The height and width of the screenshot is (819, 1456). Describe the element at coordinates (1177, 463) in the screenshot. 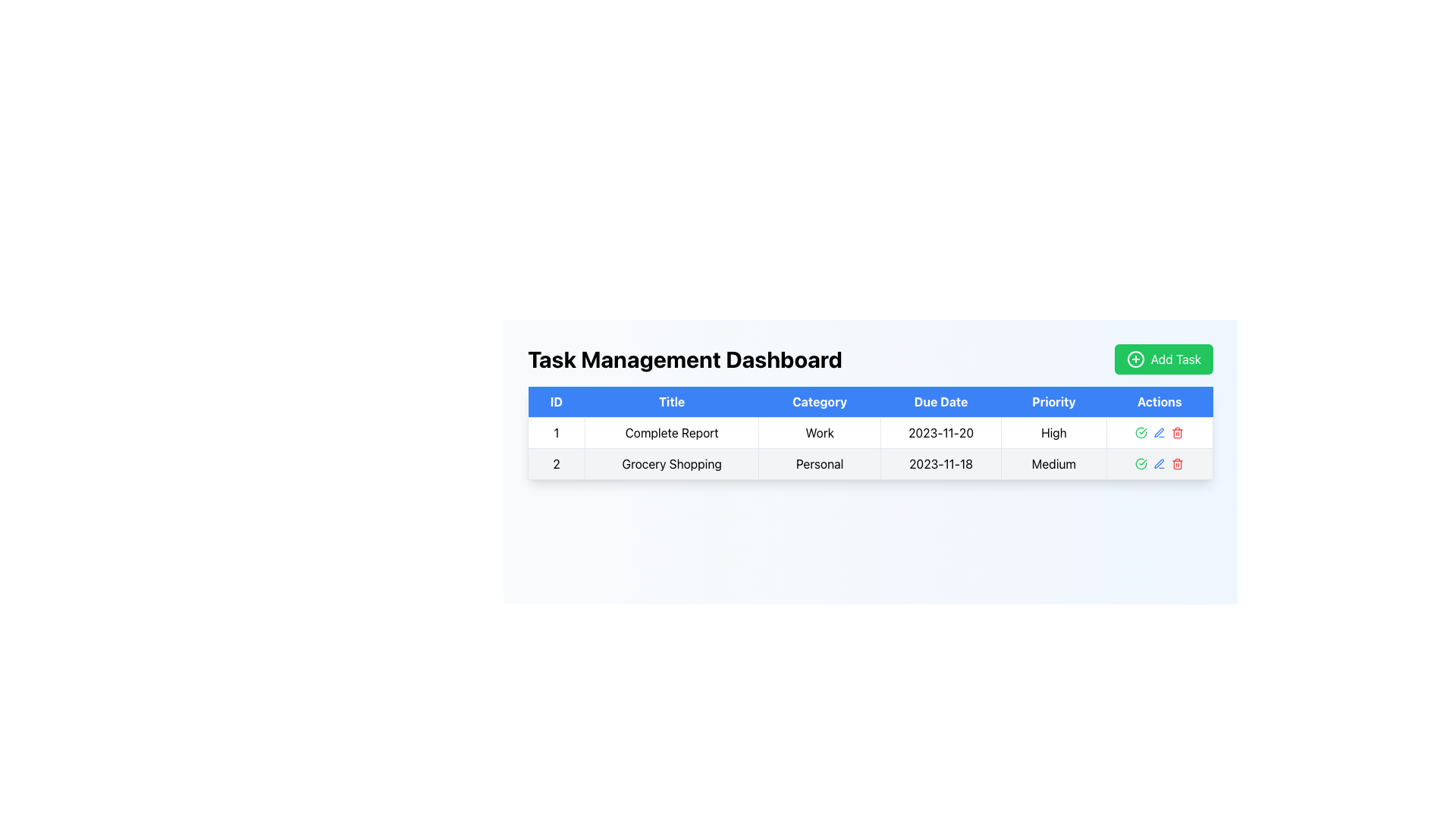

I see `the delete action button icon located in the rightmost column of the second row in the 'Actions' section of the table` at that location.